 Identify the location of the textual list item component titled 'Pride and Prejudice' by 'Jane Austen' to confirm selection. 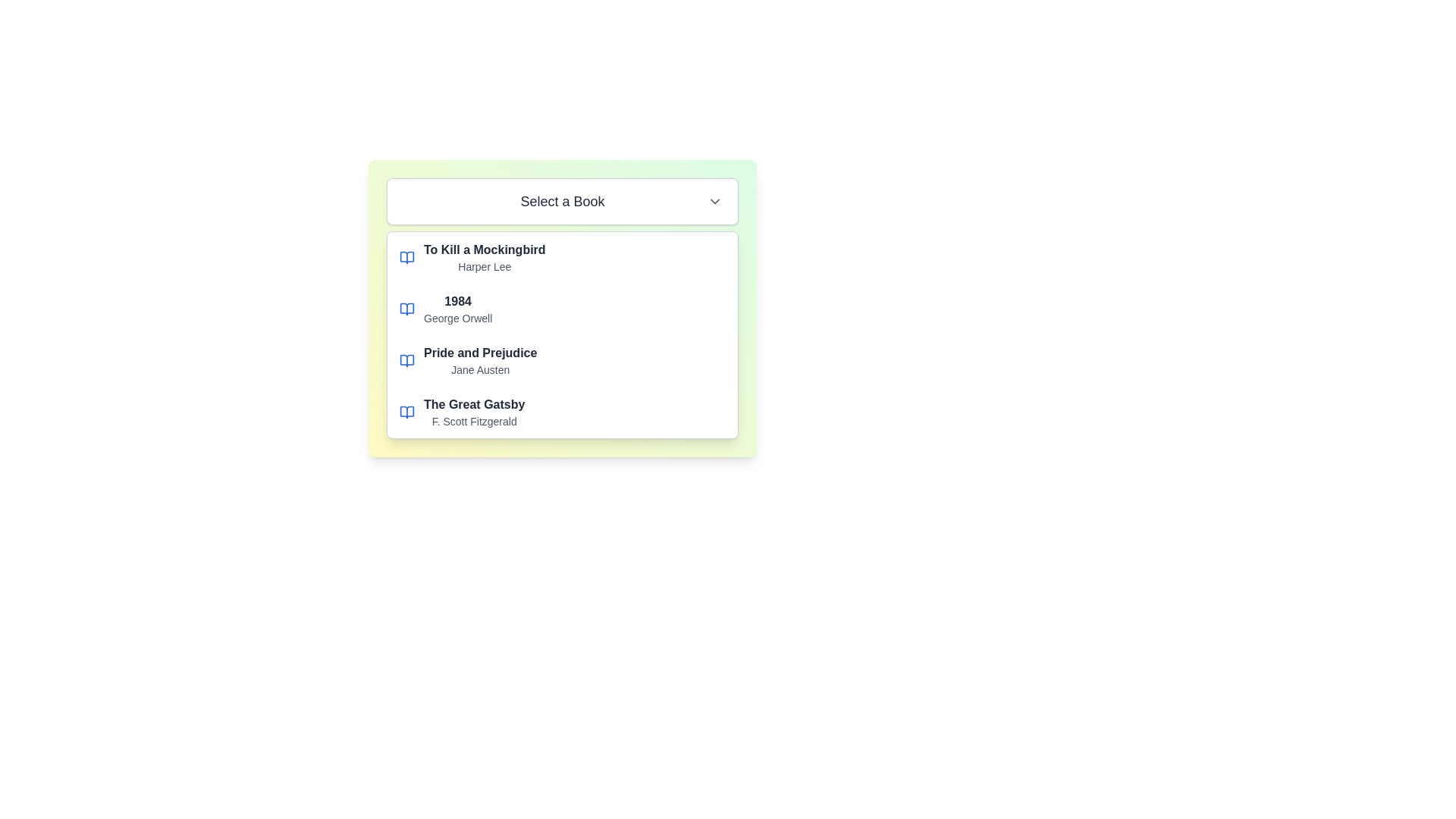
(479, 360).